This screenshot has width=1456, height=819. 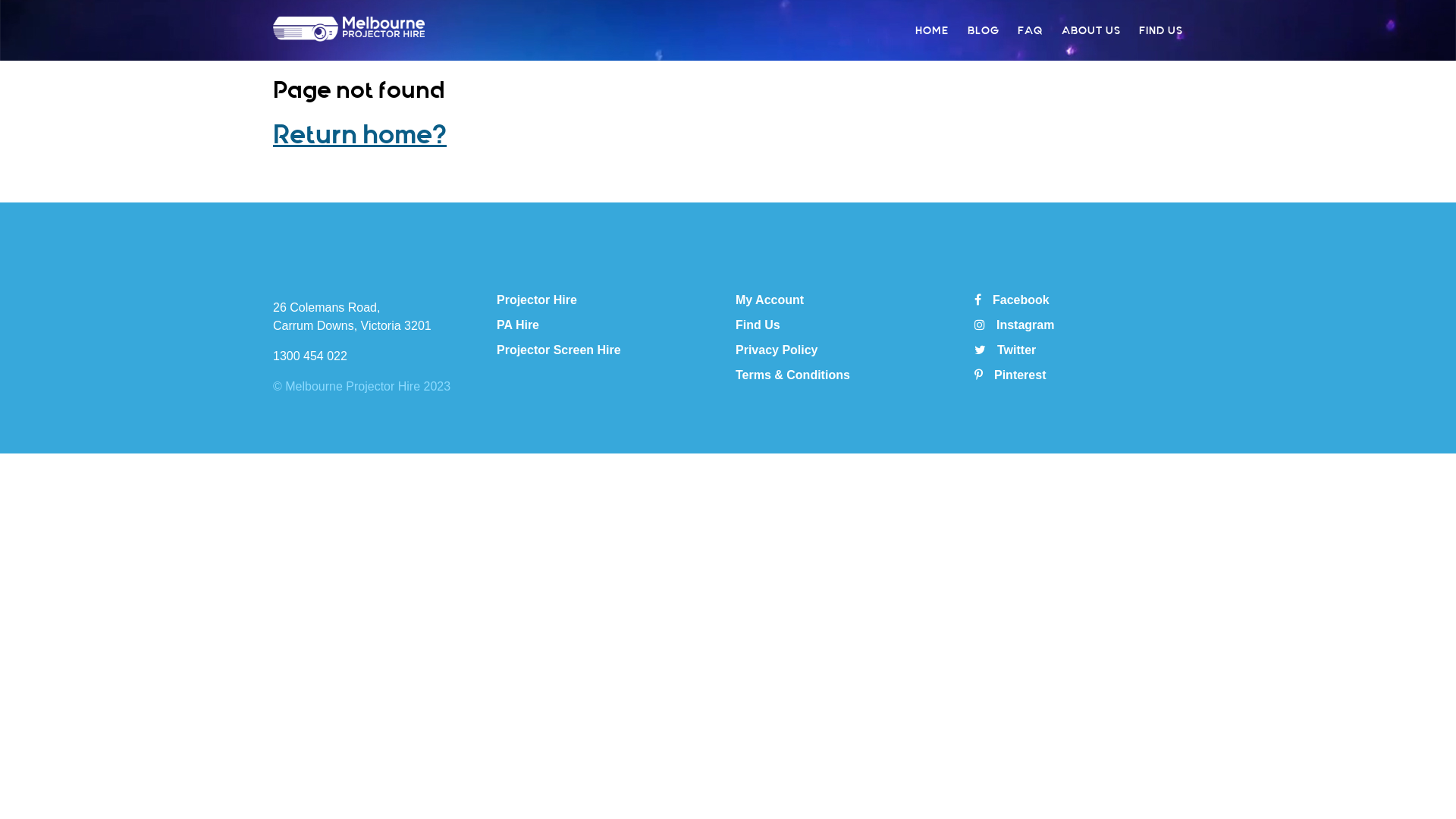 I want to click on 'FAQ', so click(x=1030, y=30).